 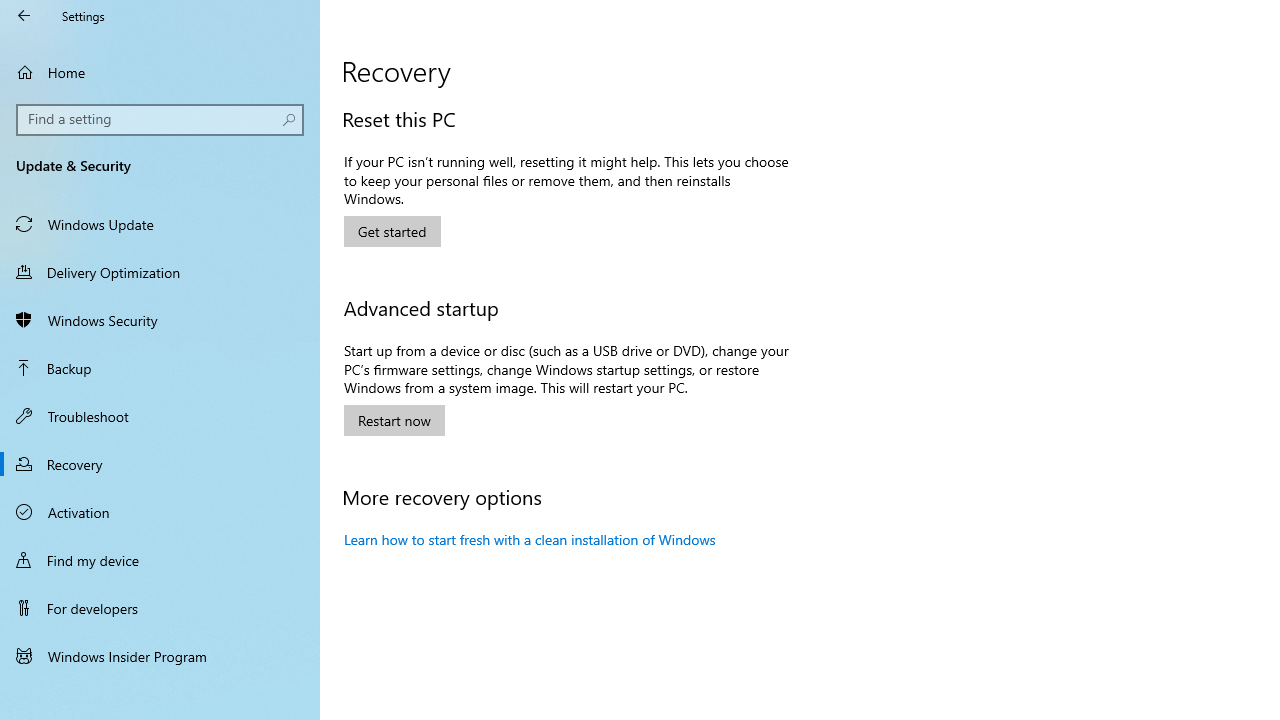 I want to click on 'Get started with resetting this PC', so click(x=392, y=230).